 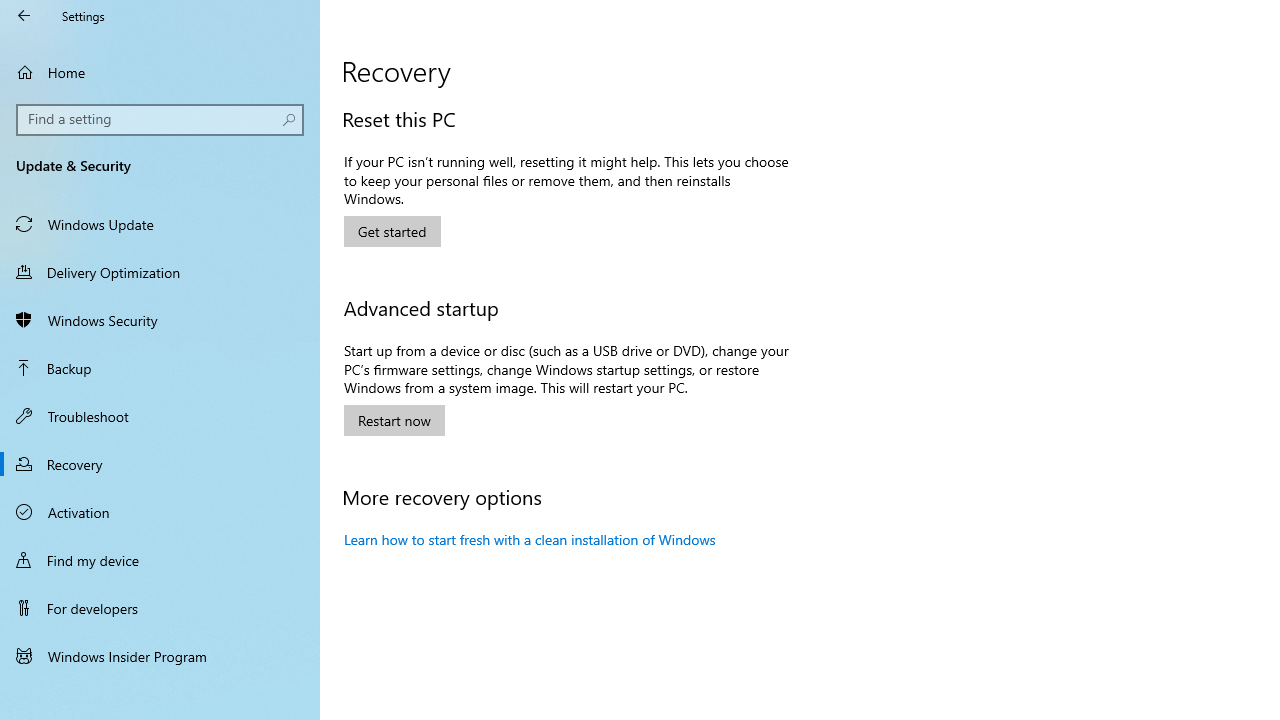 I want to click on 'Get started with resetting this PC', so click(x=392, y=230).